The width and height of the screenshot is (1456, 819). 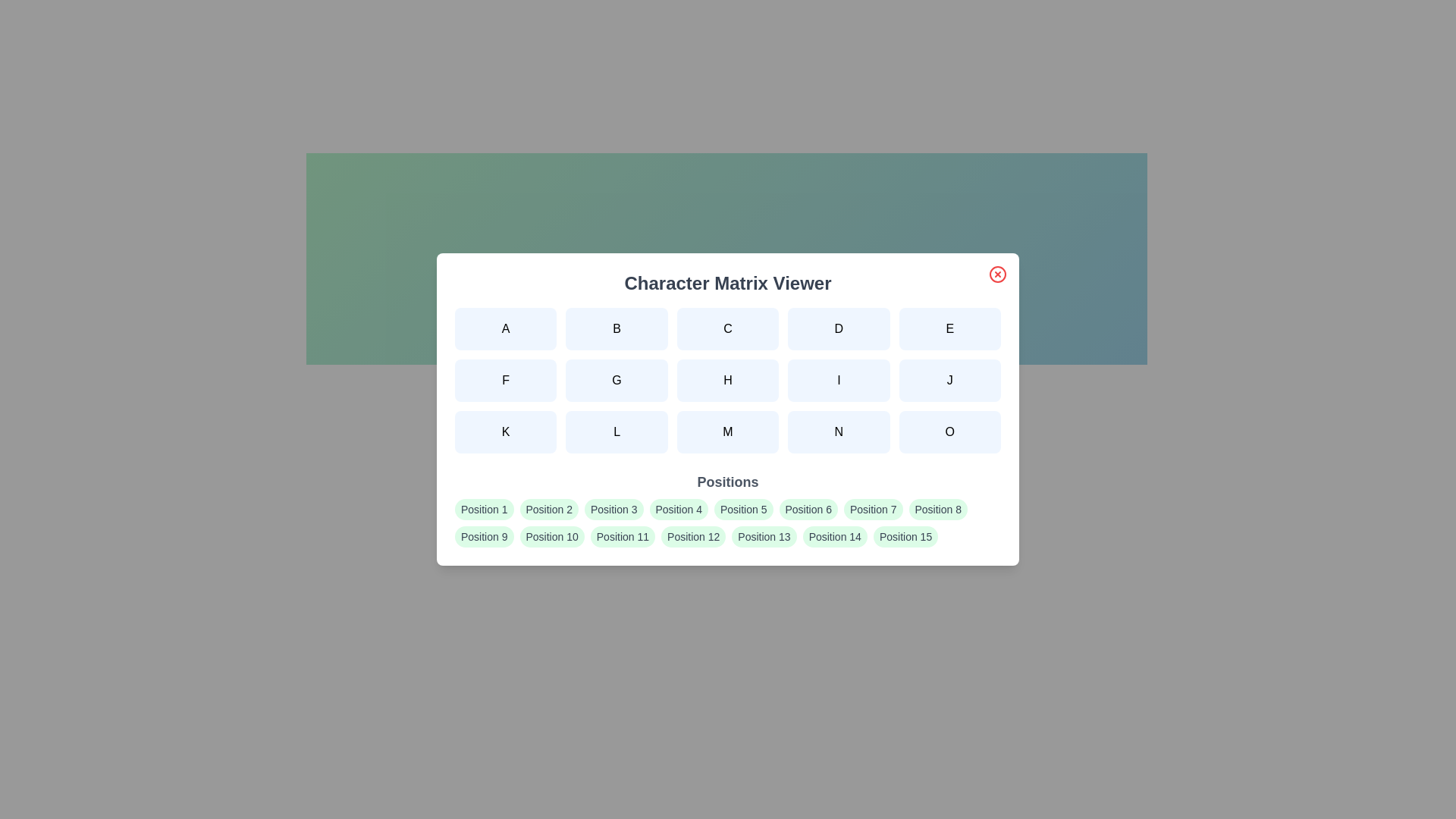 I want to click on the character button labeled N, so click(x=837, y=432).